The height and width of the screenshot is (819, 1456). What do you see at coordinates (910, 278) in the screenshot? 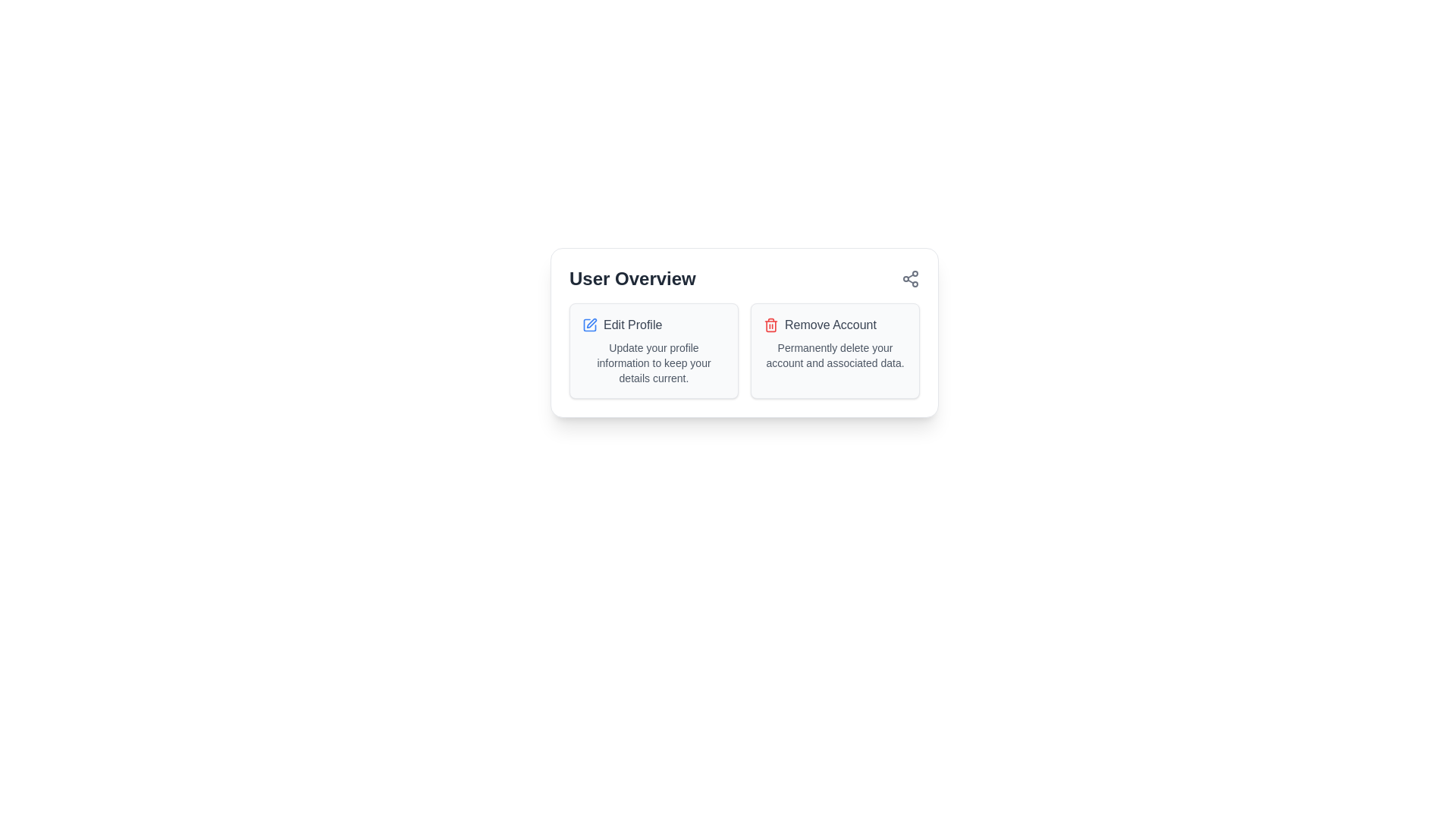
I see `the share icon button, which is a circular node-like style with three connected dots forming a triangle, located at the top-right corner of the 'User Overview' section` at bounding box center [910, 278].